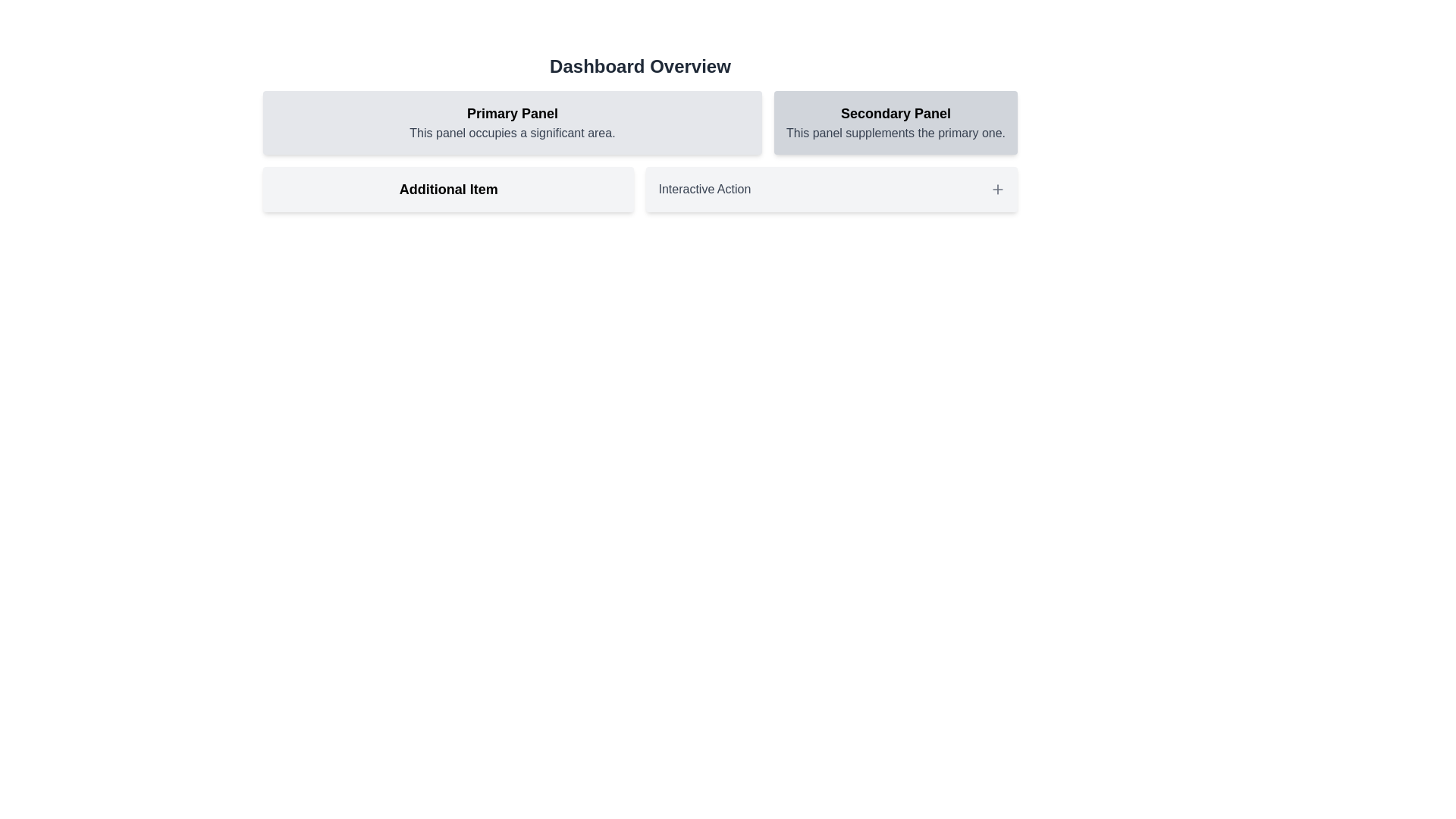  Describe the element at coordinates (896, 113) in the screenshot. I see `the 'Secondary Panel' text label, which is styled in bold and enlarged font, located in the top-right quadrant of the interface` at that location.